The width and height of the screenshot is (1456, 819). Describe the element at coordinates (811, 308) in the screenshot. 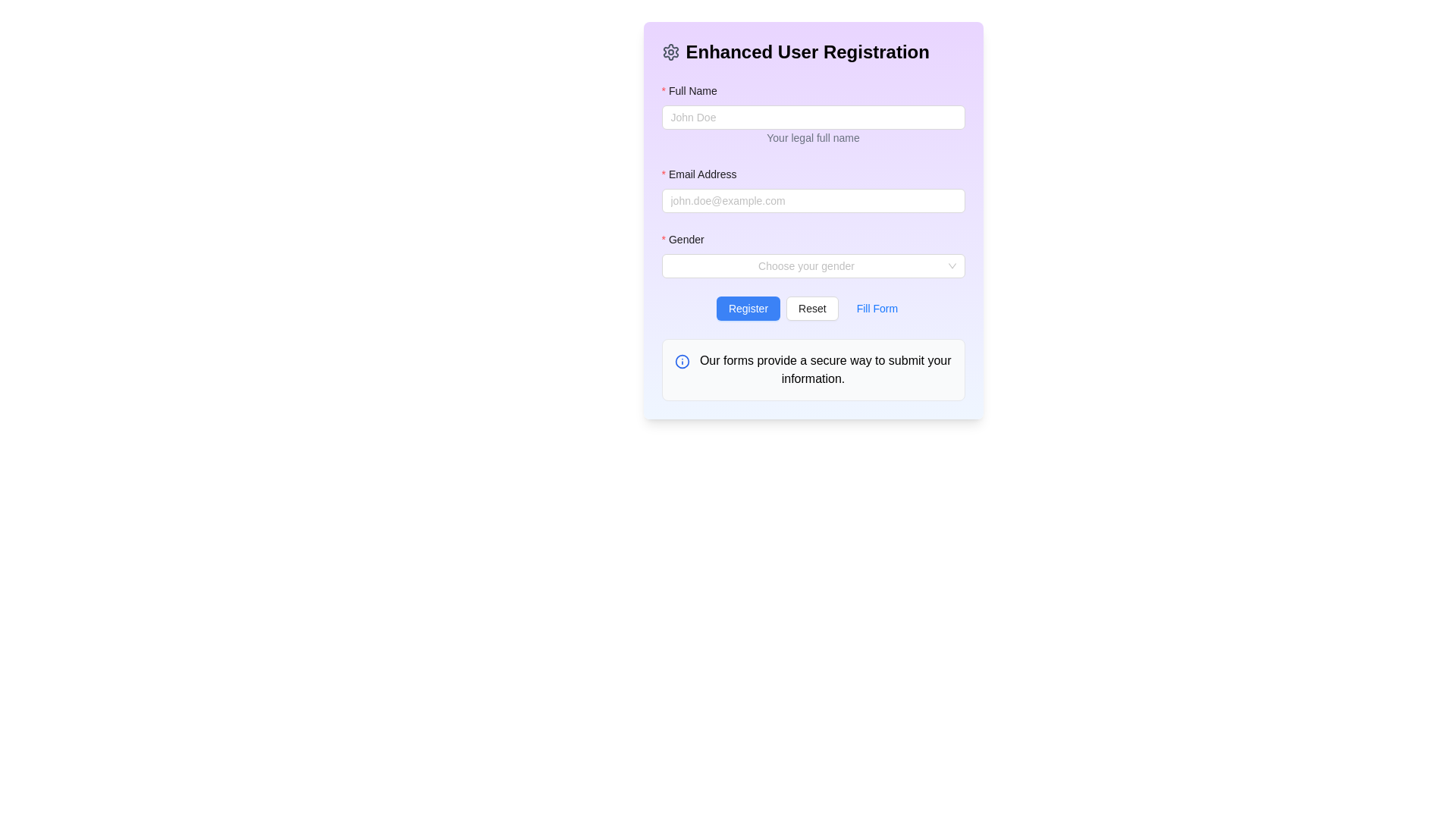

I see `the 'Reset' button, which is a secondary button with an outlined border and white background, located between the 'Register' button and the 'Fill Form' button in the form interface` at that location.